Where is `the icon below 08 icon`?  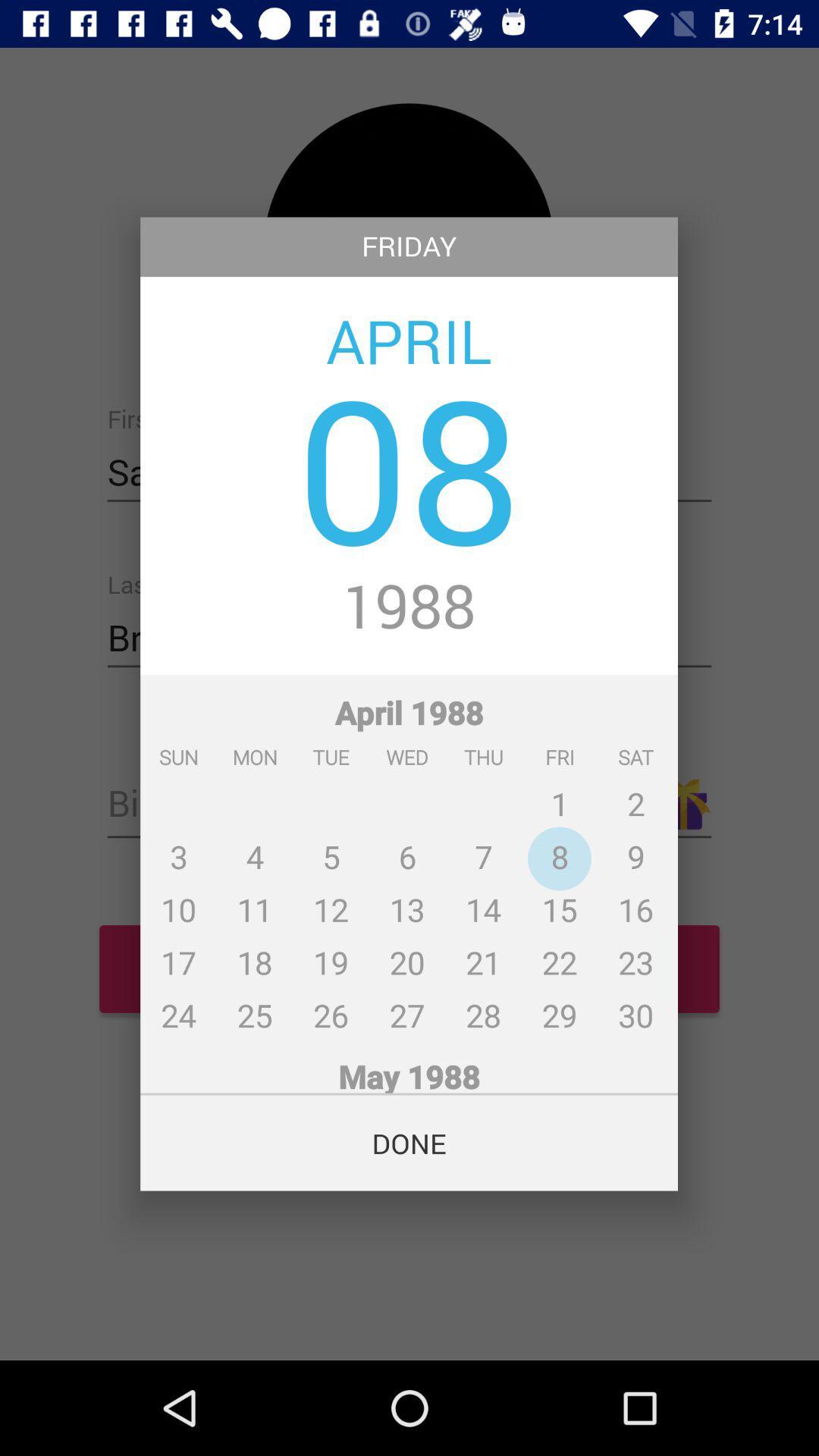 the icon below 08 icon is located at coordinates (408, 608).